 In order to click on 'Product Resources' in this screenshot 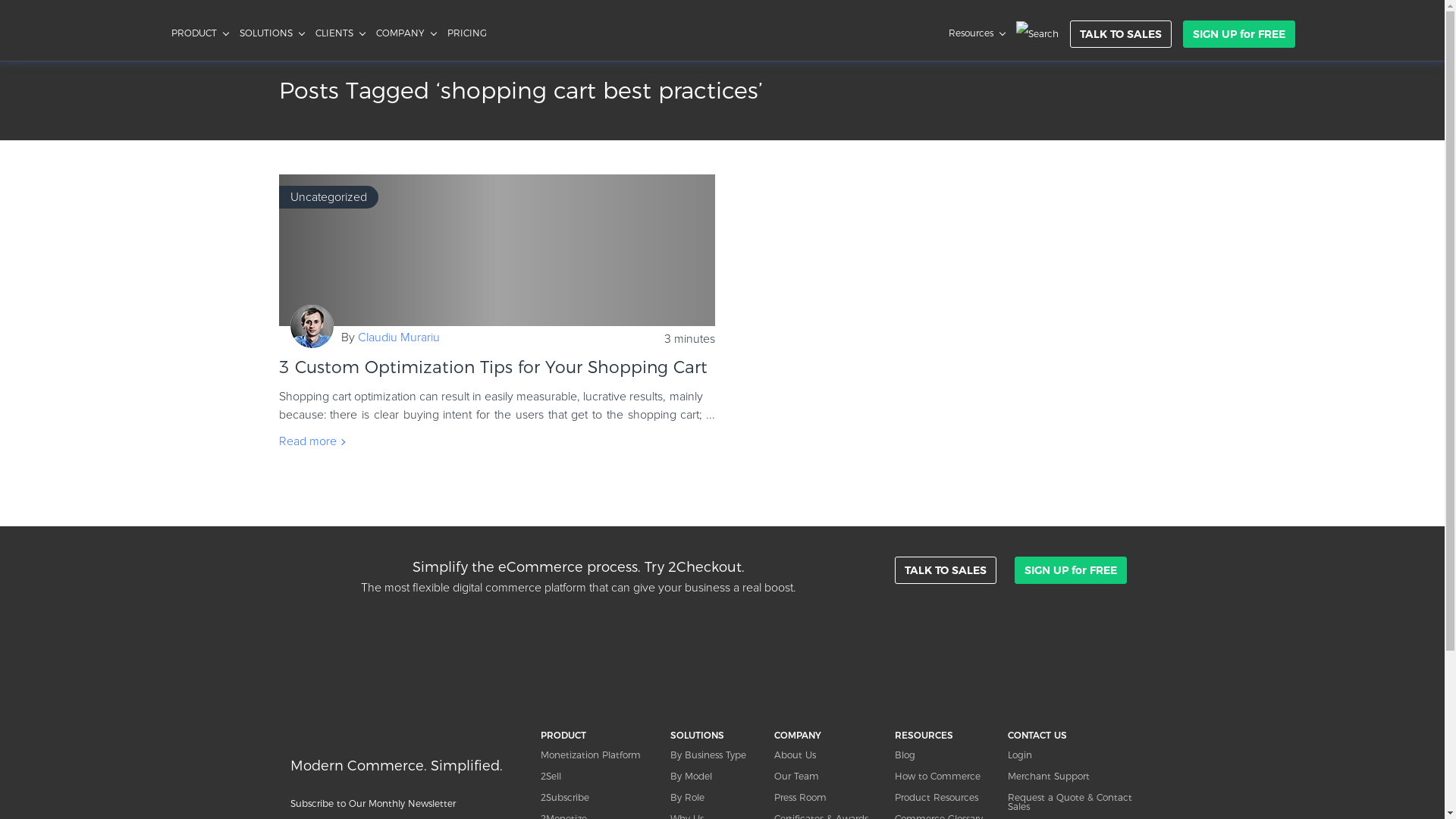, I will do `click(941, 797)`.